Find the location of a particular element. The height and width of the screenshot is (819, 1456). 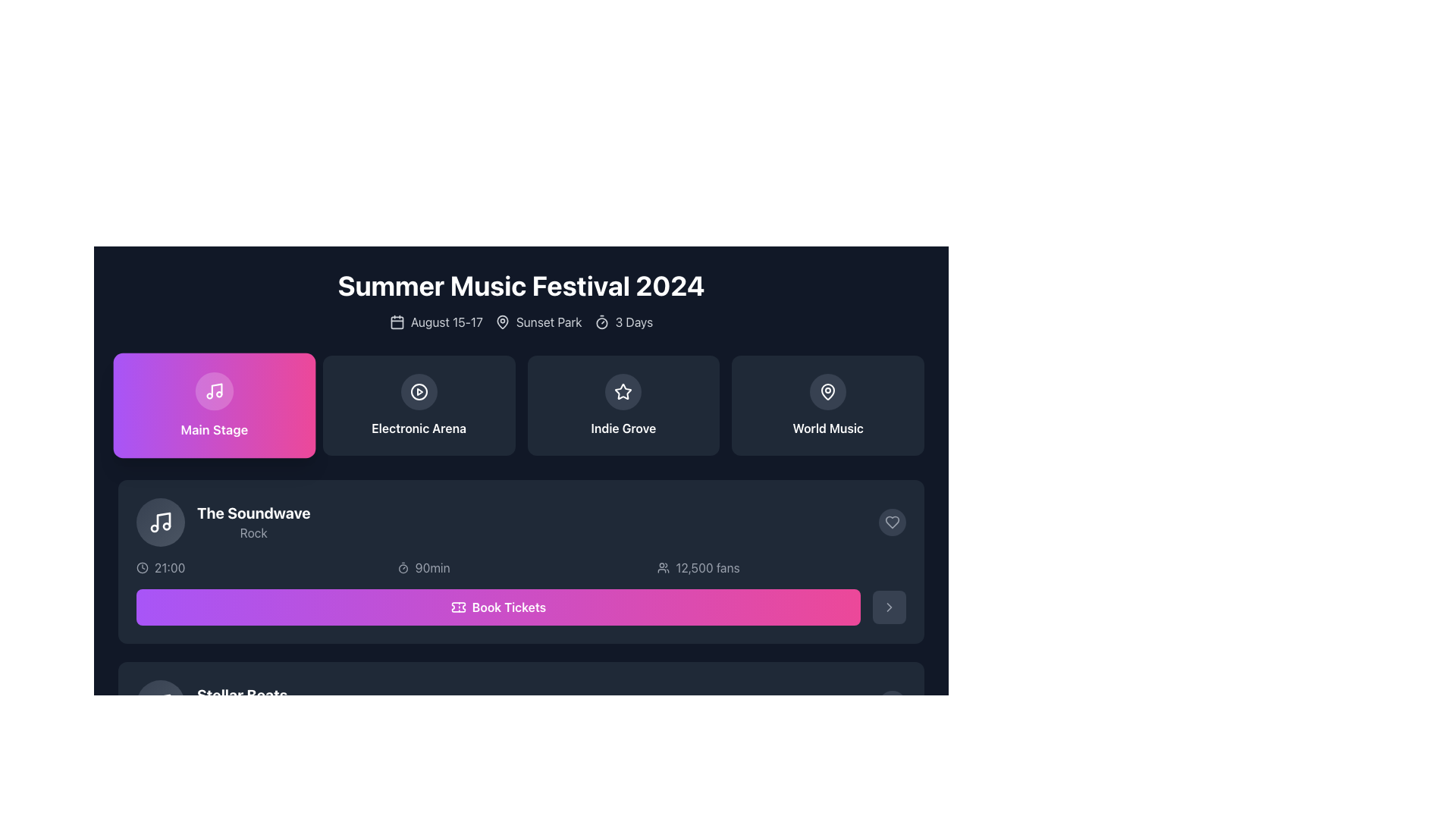

the navigational button for the 'Main Stage' section of the Summer Music Festival 2024 is located at coordinates (213, 405).